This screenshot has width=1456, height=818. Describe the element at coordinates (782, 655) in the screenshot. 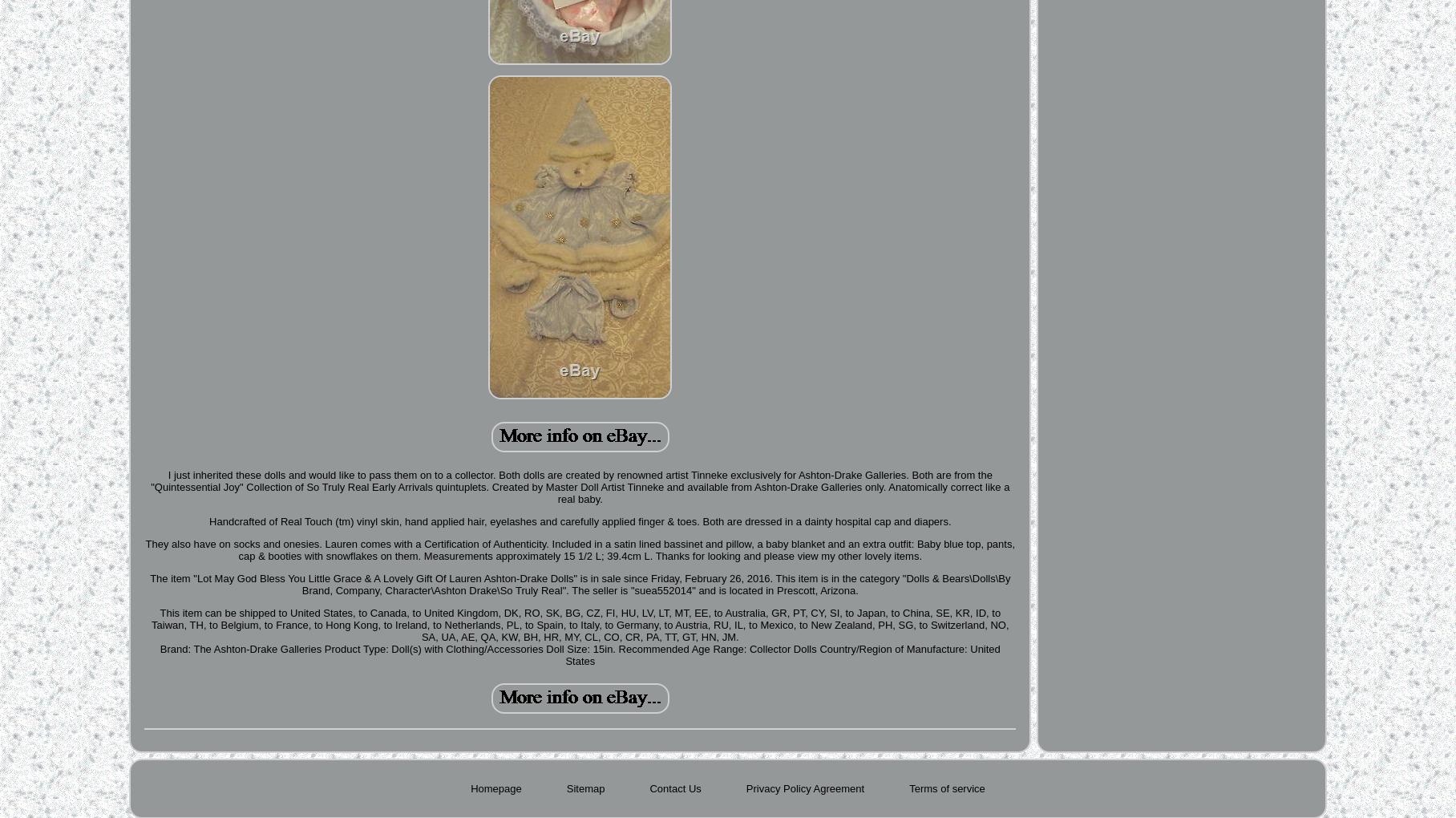

I see `'Country/Region of Manufacture: United States'` at that location.